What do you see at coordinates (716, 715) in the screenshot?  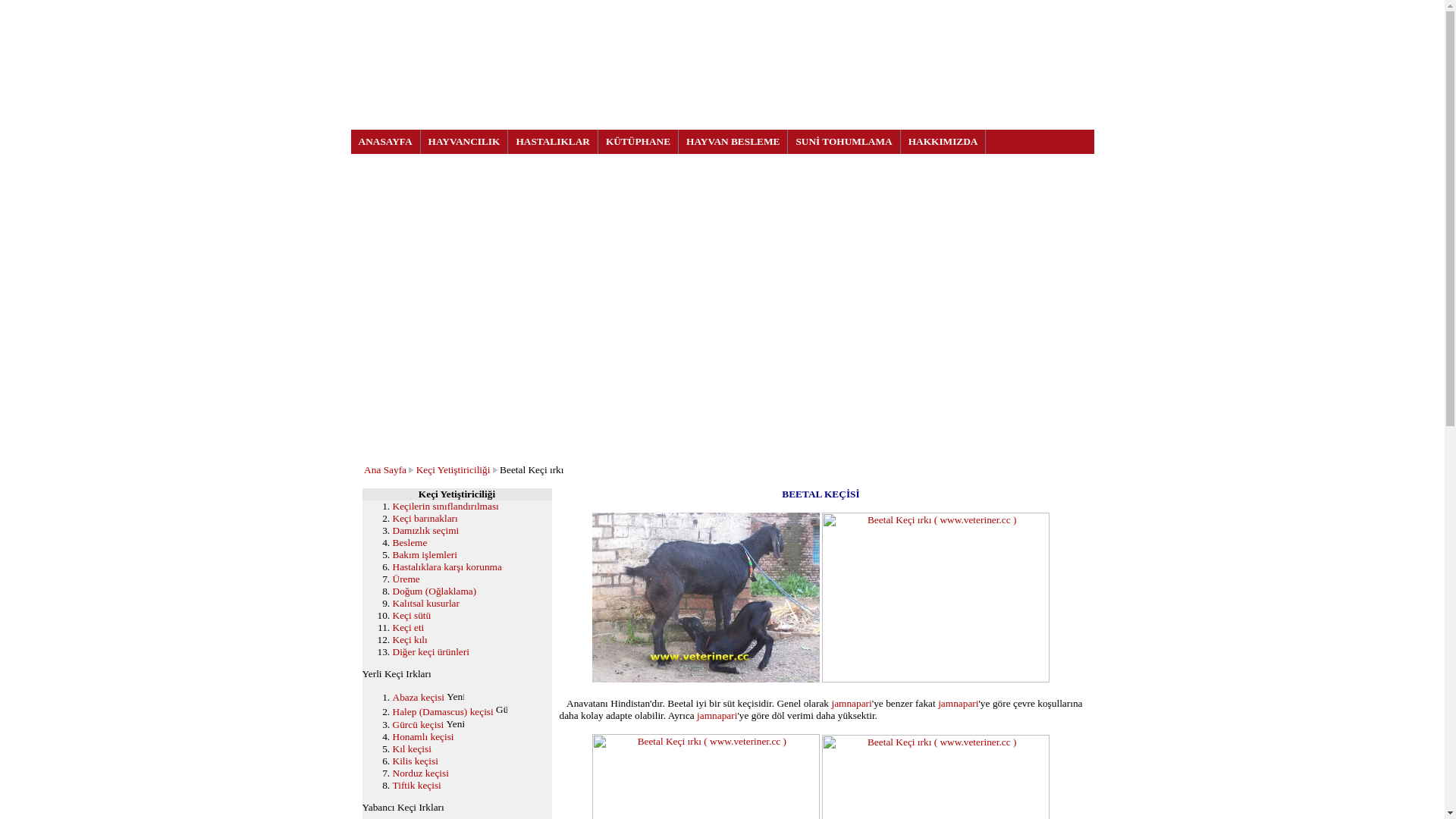 I see `'jamnapari'` at bounding box center [716, 715].